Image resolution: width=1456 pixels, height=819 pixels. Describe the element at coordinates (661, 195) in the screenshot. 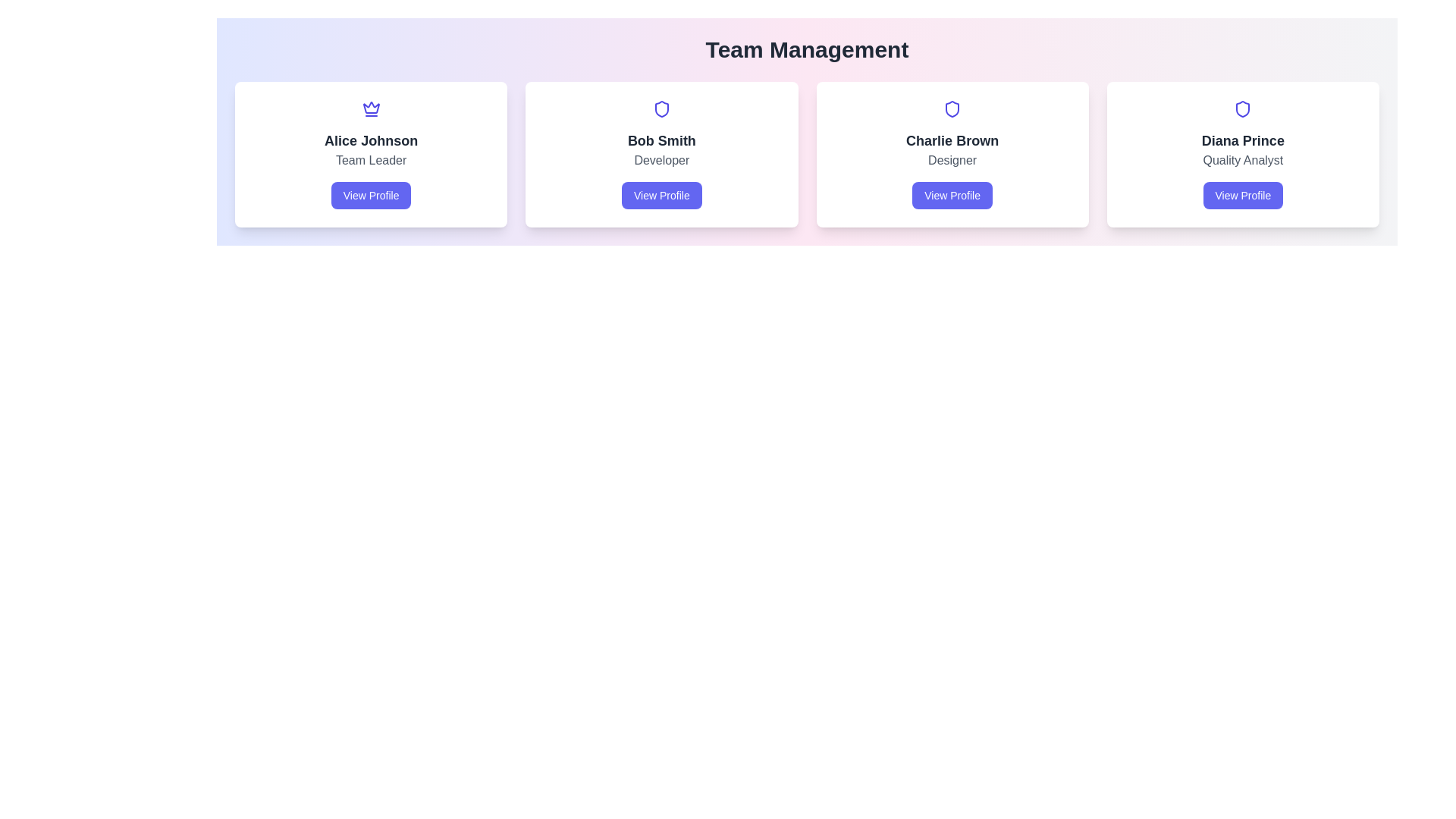

I see `the button that navigates to the profile page of 'Bob Smith', the 'Developer', located in the second card of a row of four cards, positioned centrally beneath the text 'Developer'` at that location.